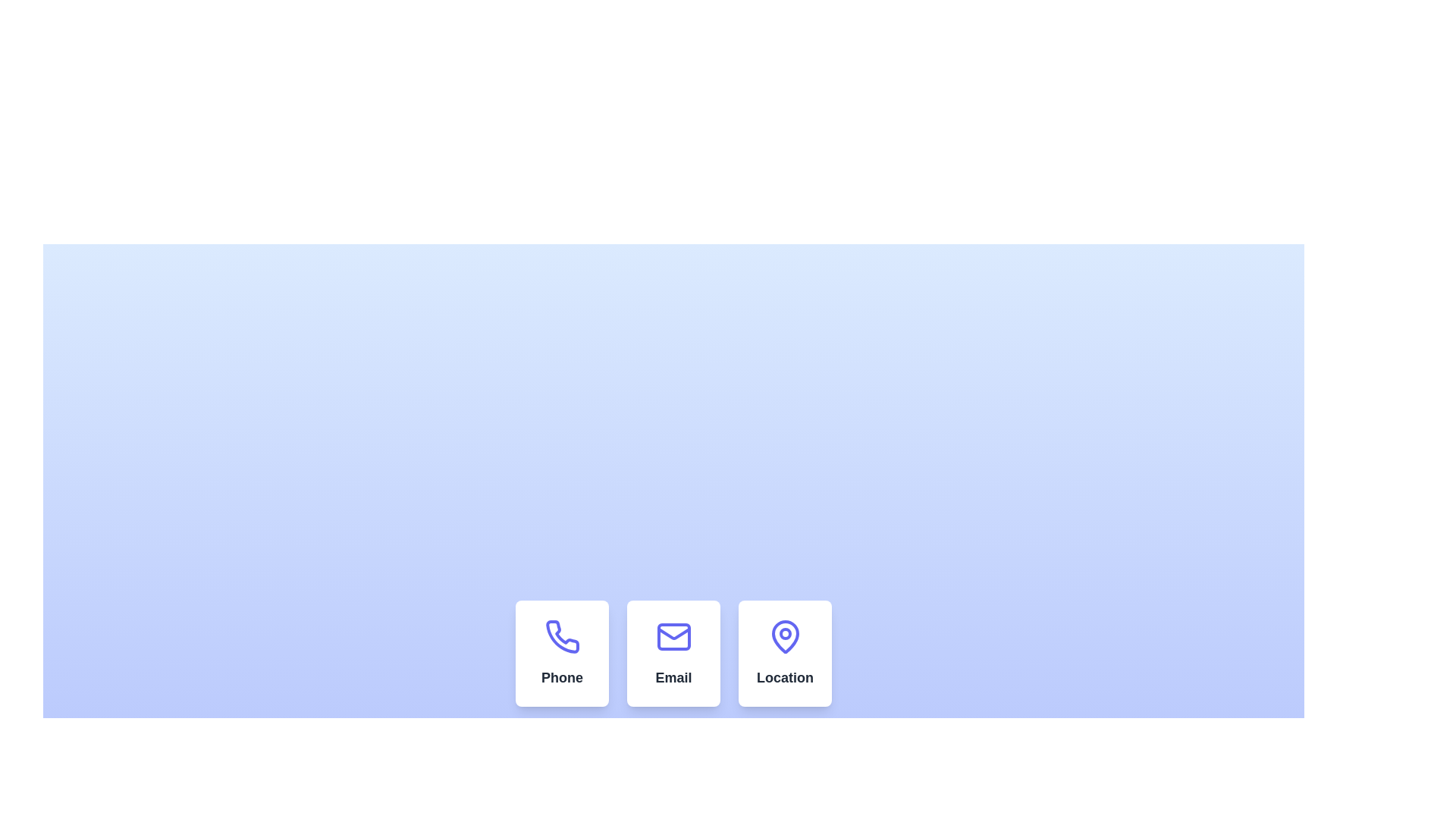 The height and width of the screenshot is (819, 1456). What do you see at coordinates (785, 637) in the screenshot?
I see `the location icon, which is the rightmost element in a horizontally aligned group of three, positioned underneath the label 'Location'` at bounding box center [785, 637].